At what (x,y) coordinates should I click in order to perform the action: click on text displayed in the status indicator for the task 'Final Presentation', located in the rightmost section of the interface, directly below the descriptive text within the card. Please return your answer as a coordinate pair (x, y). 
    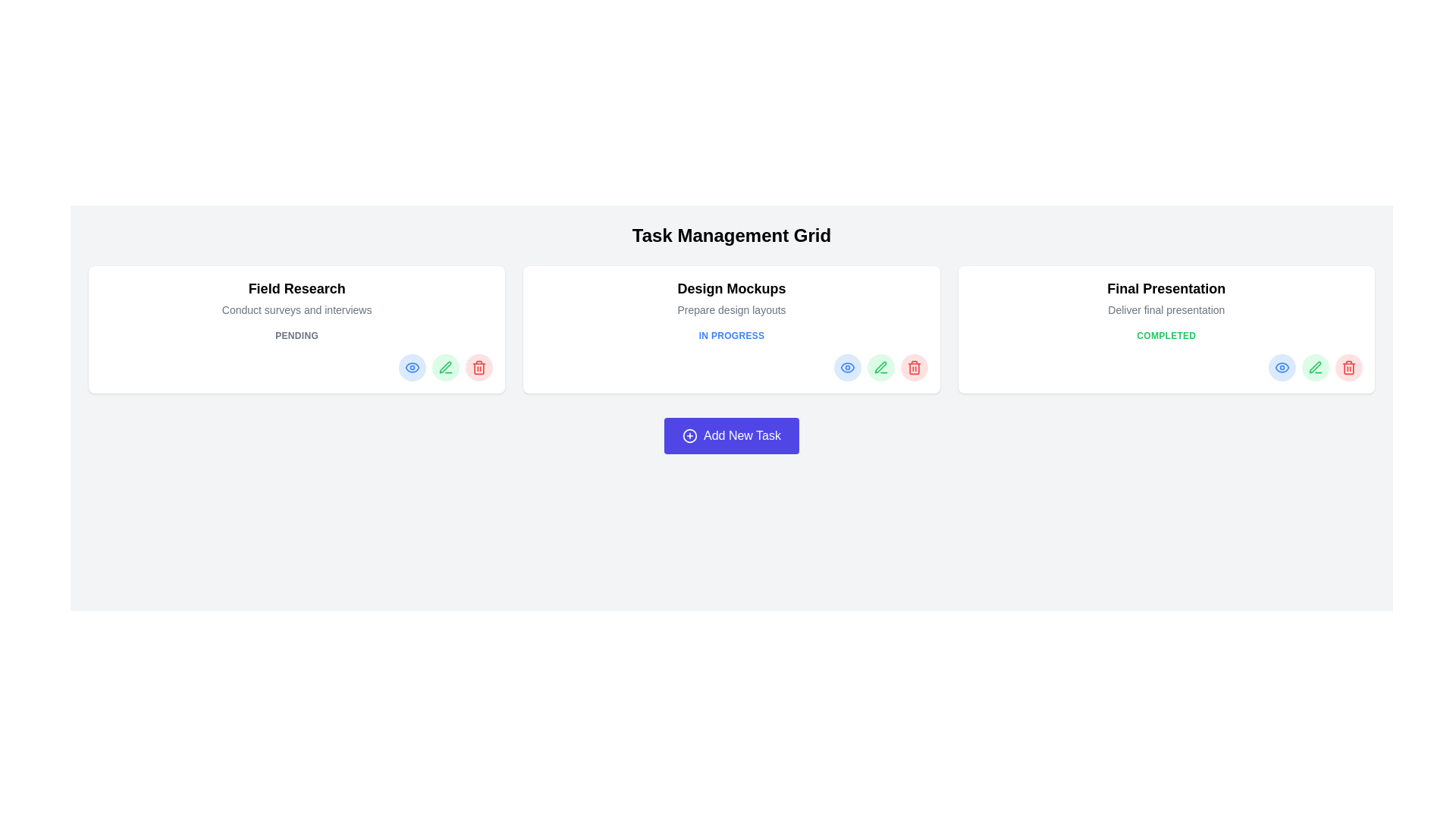
    Looking at the image, I should click on (1166, 335).